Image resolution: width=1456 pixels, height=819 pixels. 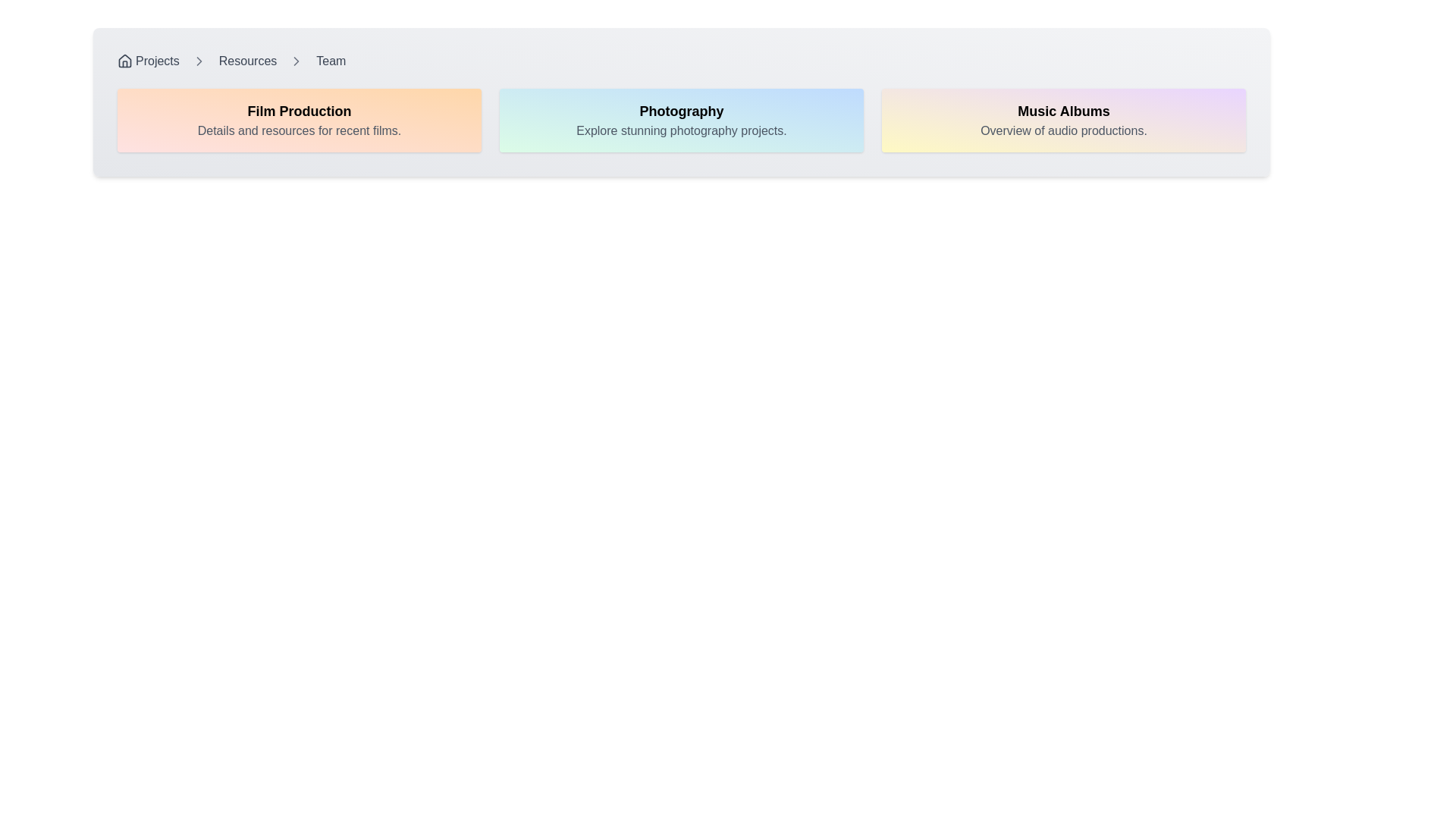 What do you see at coordinates (680, 130) in the screenshot?
I see `the descriptive text label that provides information about photography projects, located beneath the 'Photography' heading and within a card with a gradient background` at bounding box center [680, 130].